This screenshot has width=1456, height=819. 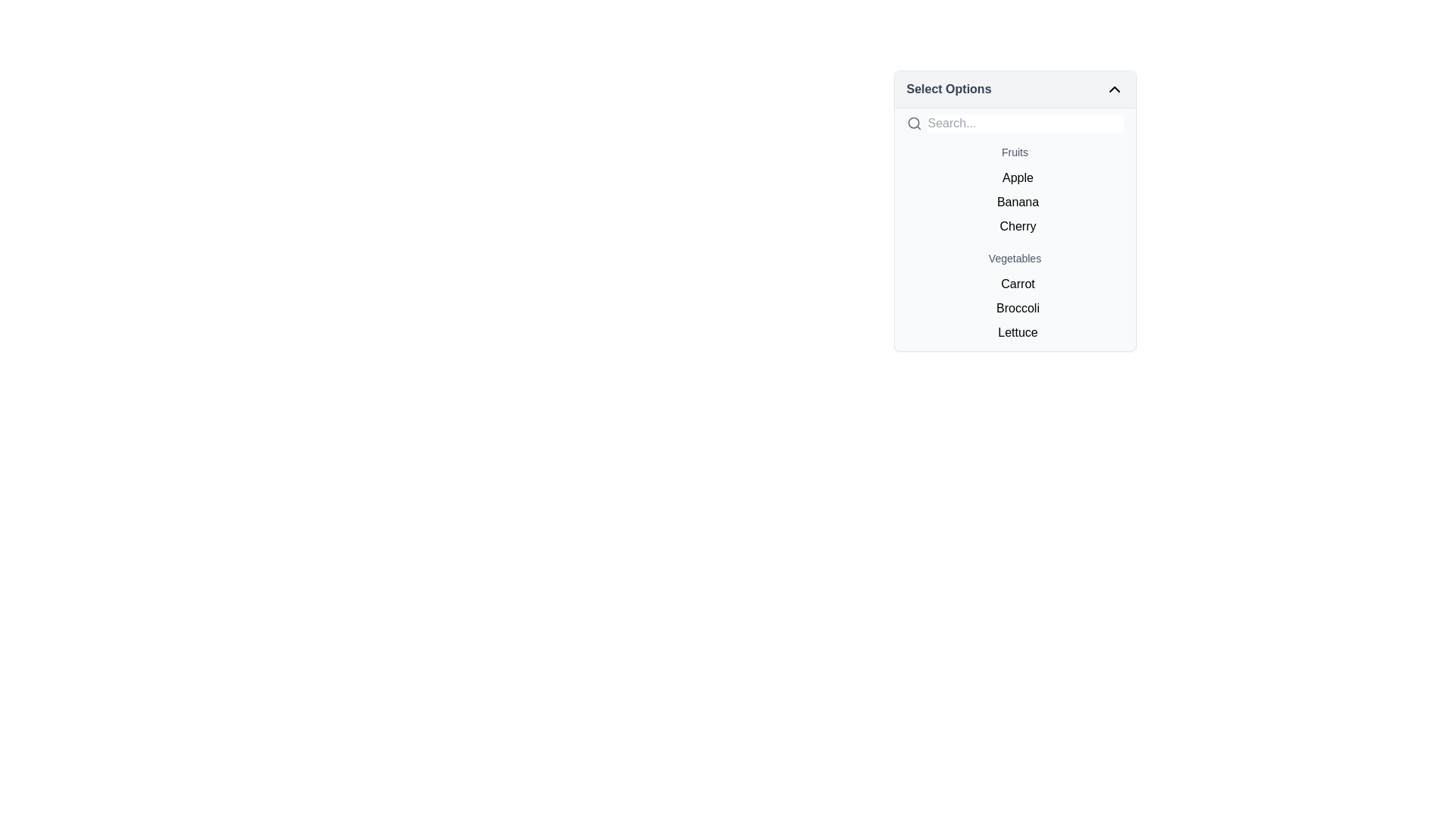 What do you see at coordinates (1015, 298) in the screenshot?
I see `individual items in the vegetable list located in the dropdown menu under the 'Select Options' heading, specifically the second section below 'Fruits'` at bounding box center [1015, 298].